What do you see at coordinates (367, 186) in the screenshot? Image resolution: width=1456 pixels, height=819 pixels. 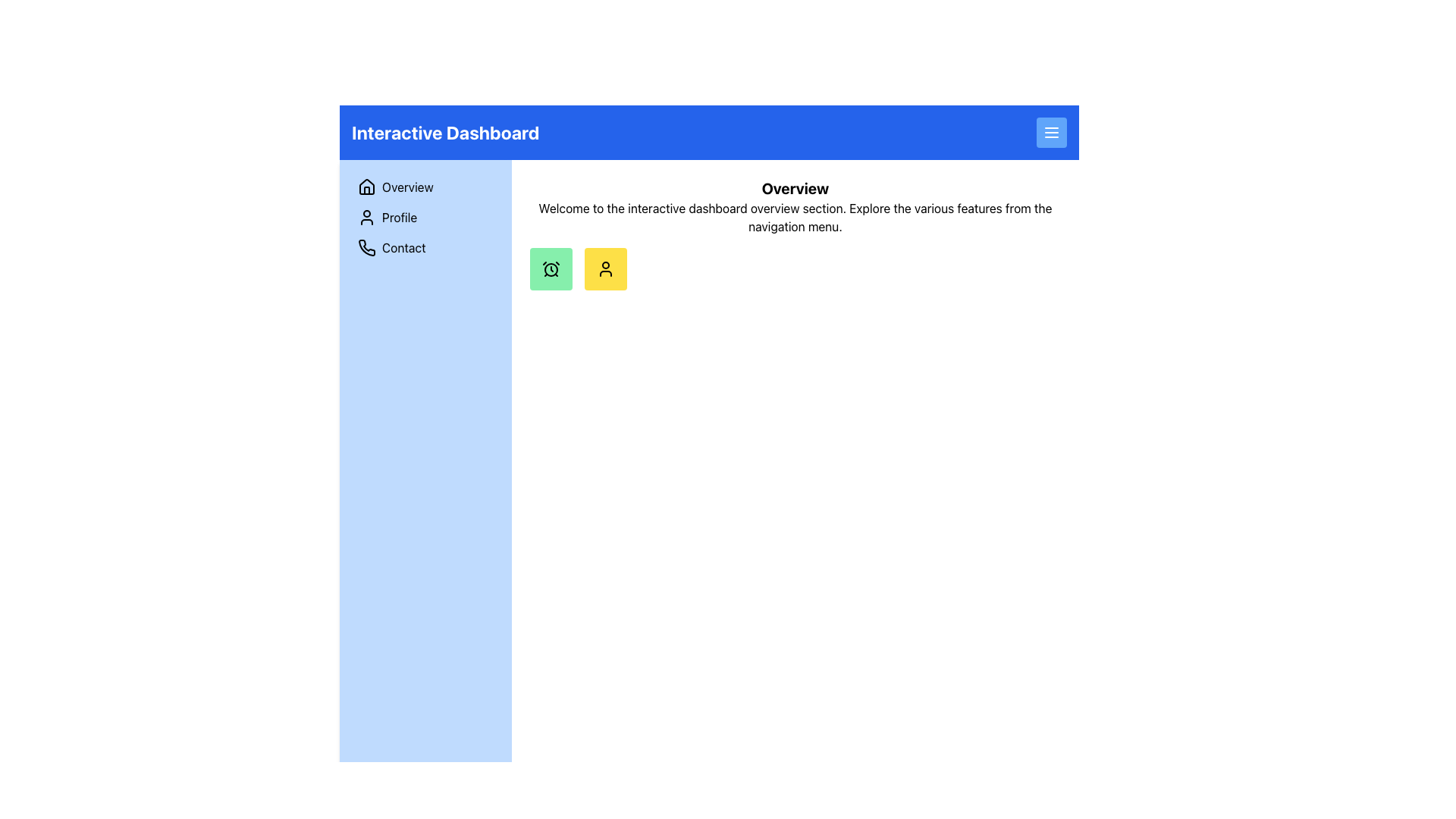 I see `the 'Overview' icon in the left-hand navigation menu` at bounding box center [367, 186].